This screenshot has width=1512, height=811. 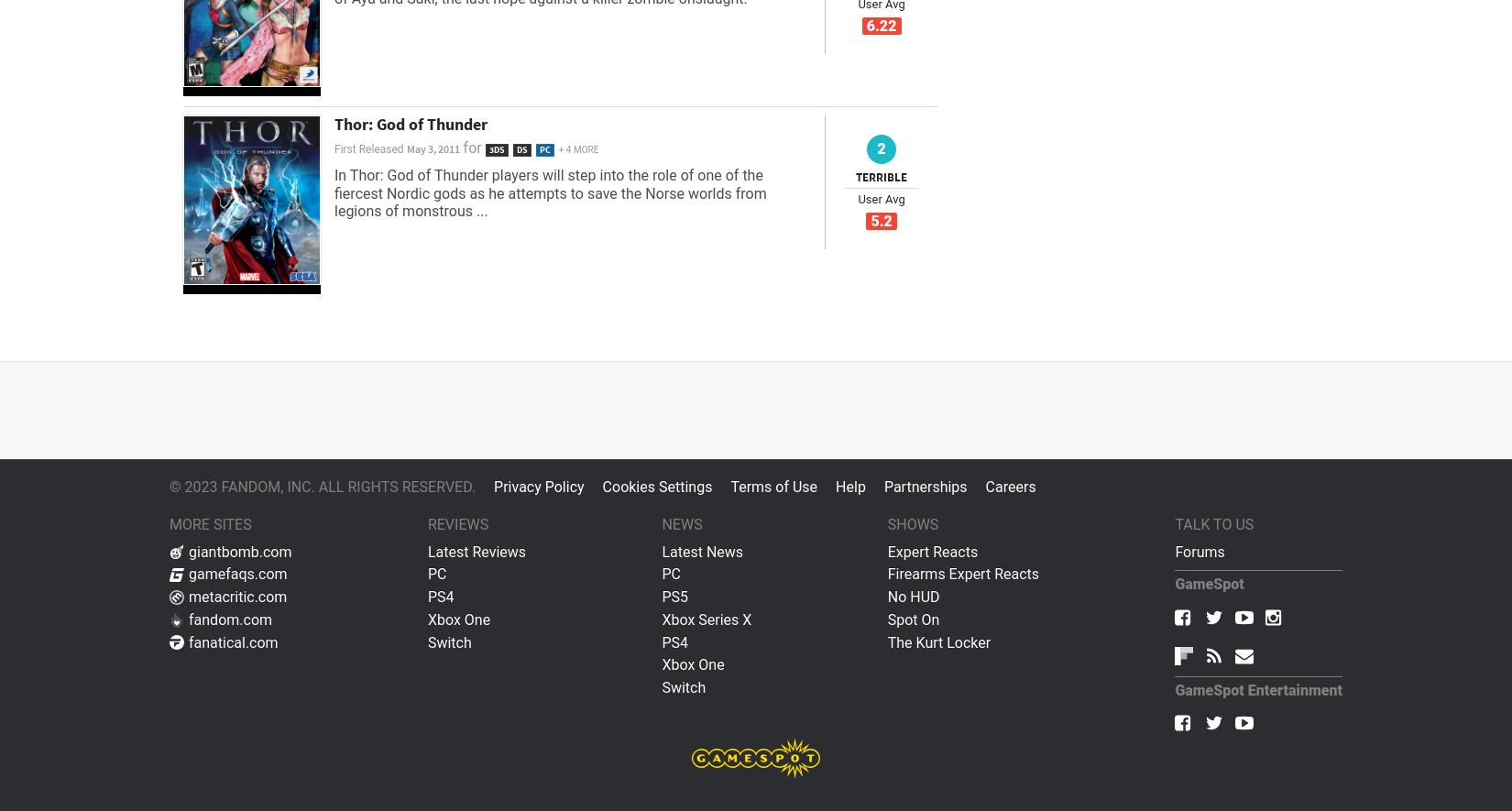 I want to click on 'Xbox Series X', so click(x=706, y=619).